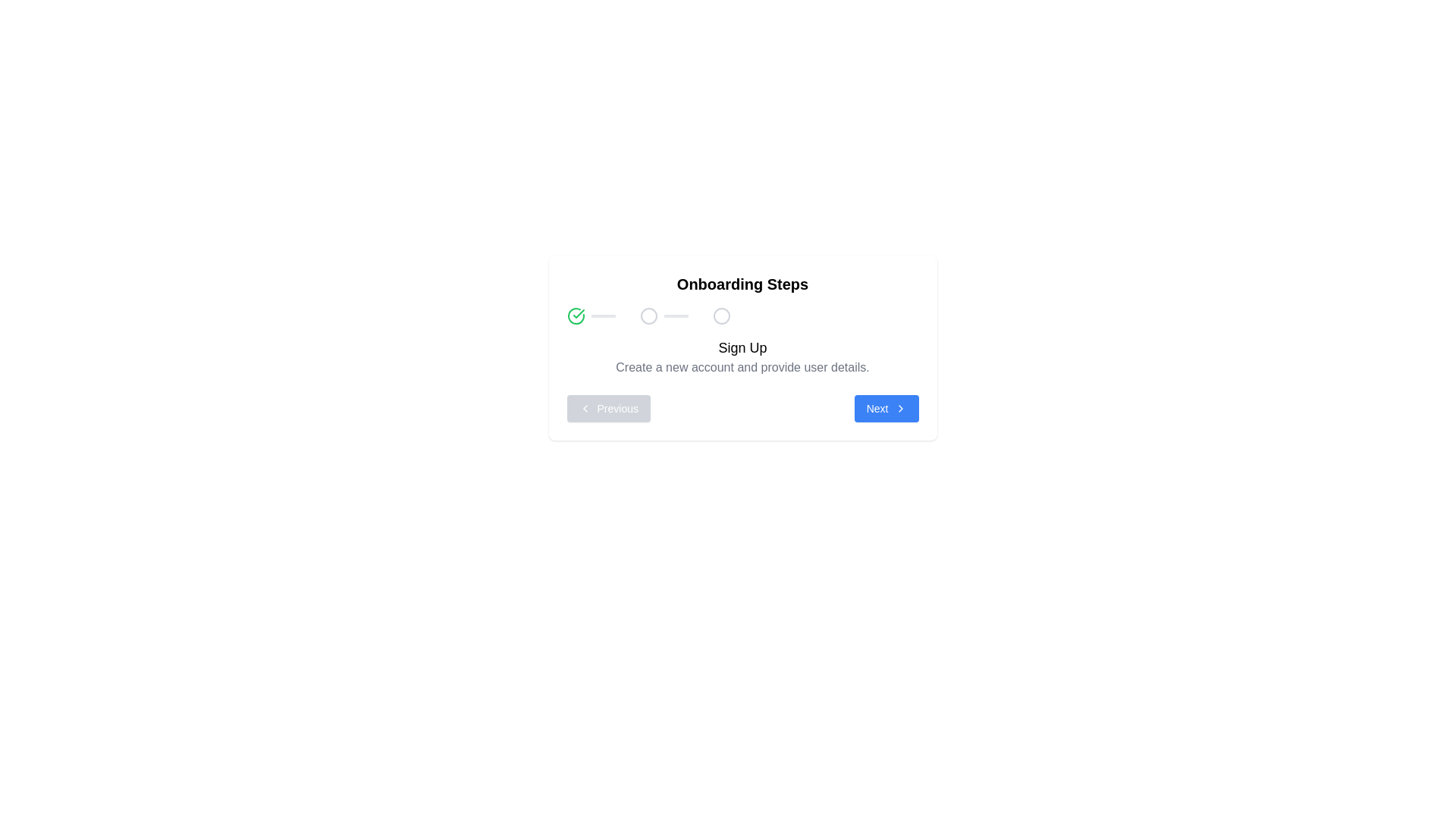  Describe the element at coordinates (648, 315) in the screenshot. I see `the SVG circle element that represents the second step indicator in the onboarding progress tracker` at that location.